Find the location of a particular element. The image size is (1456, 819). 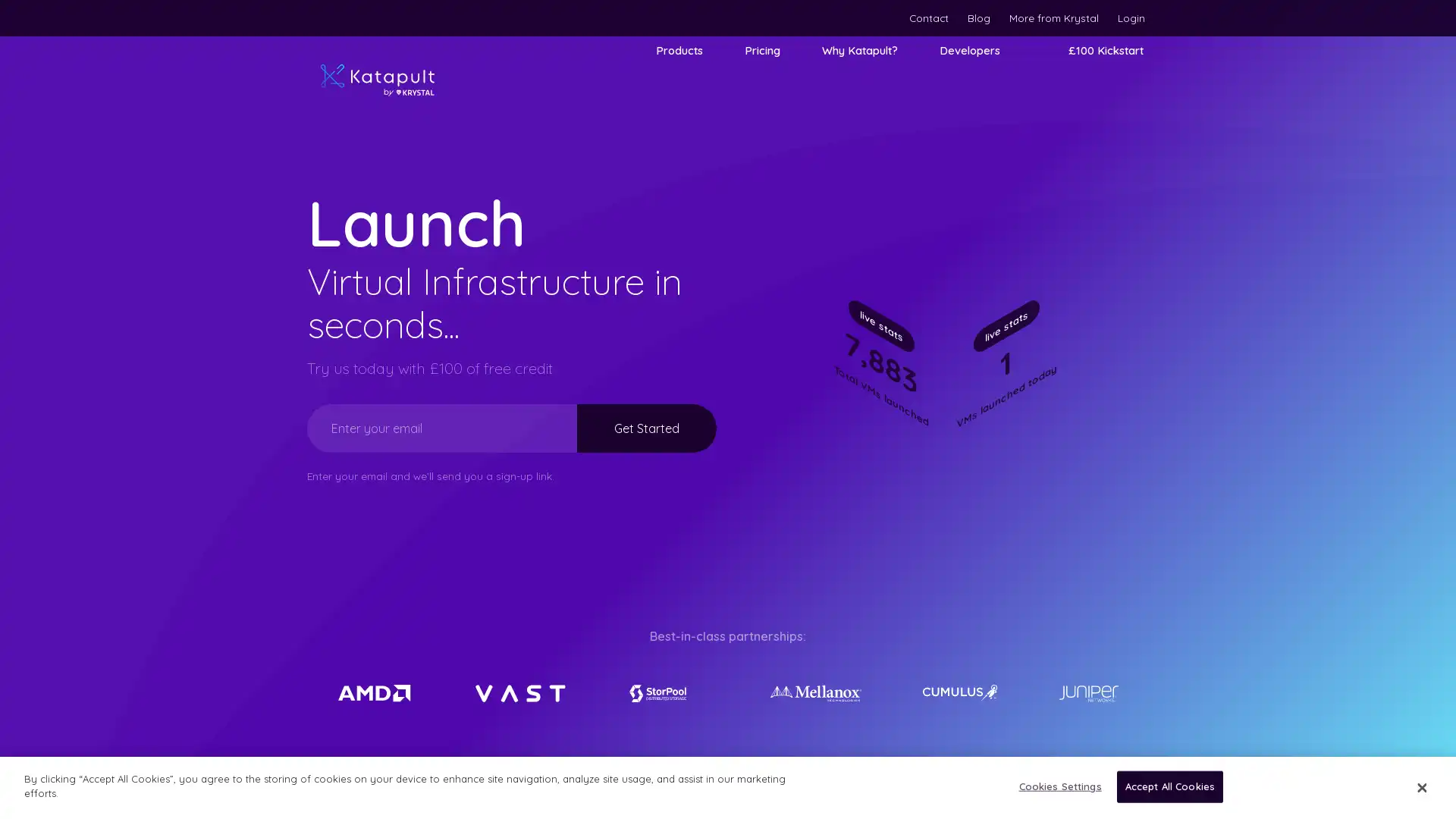

Cookies Settings is located at coordinates (1055, 786).